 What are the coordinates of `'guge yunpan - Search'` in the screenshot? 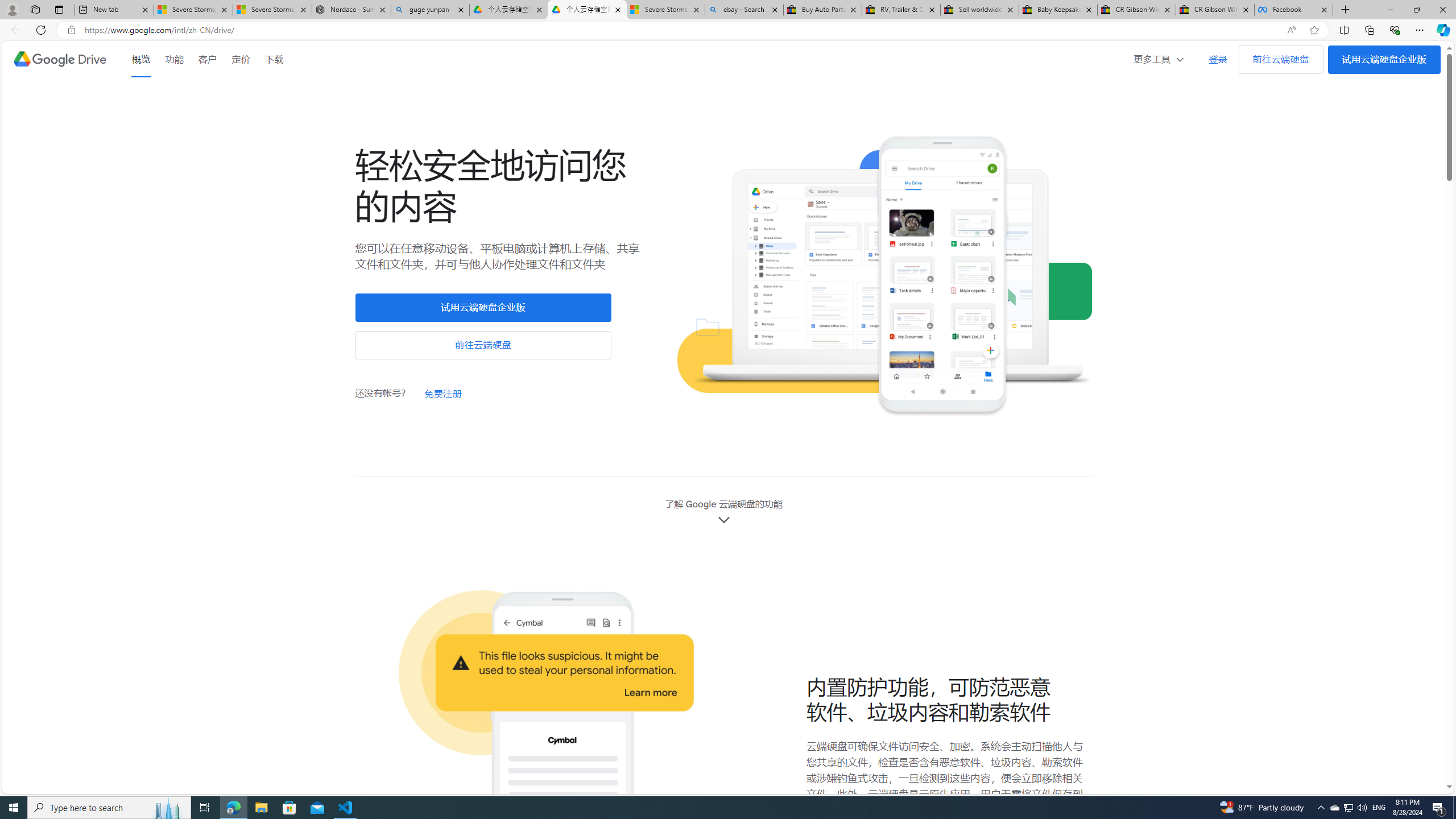 It's located at (429, 9).